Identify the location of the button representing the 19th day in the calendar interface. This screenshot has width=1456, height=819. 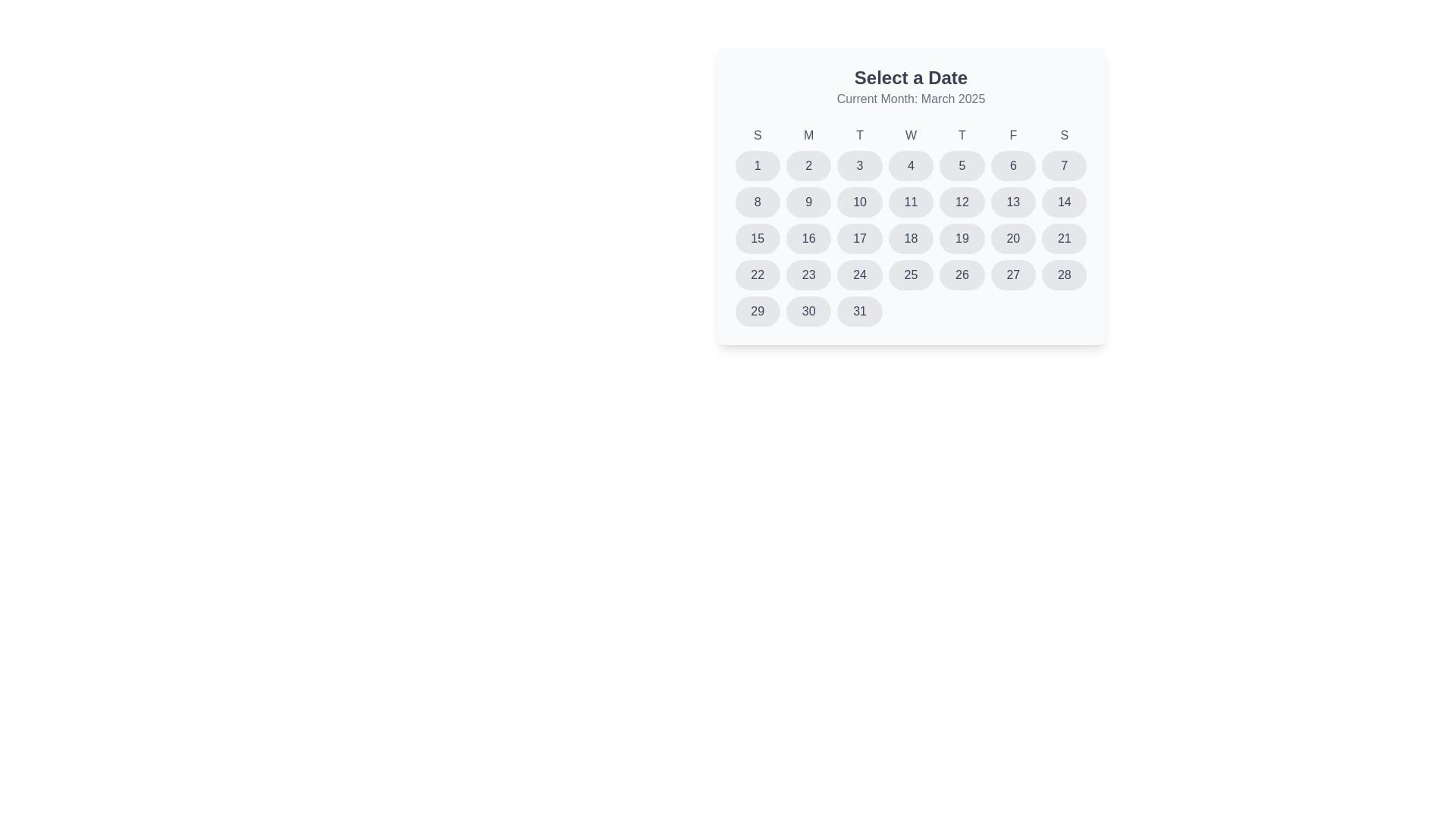
(961, 239).